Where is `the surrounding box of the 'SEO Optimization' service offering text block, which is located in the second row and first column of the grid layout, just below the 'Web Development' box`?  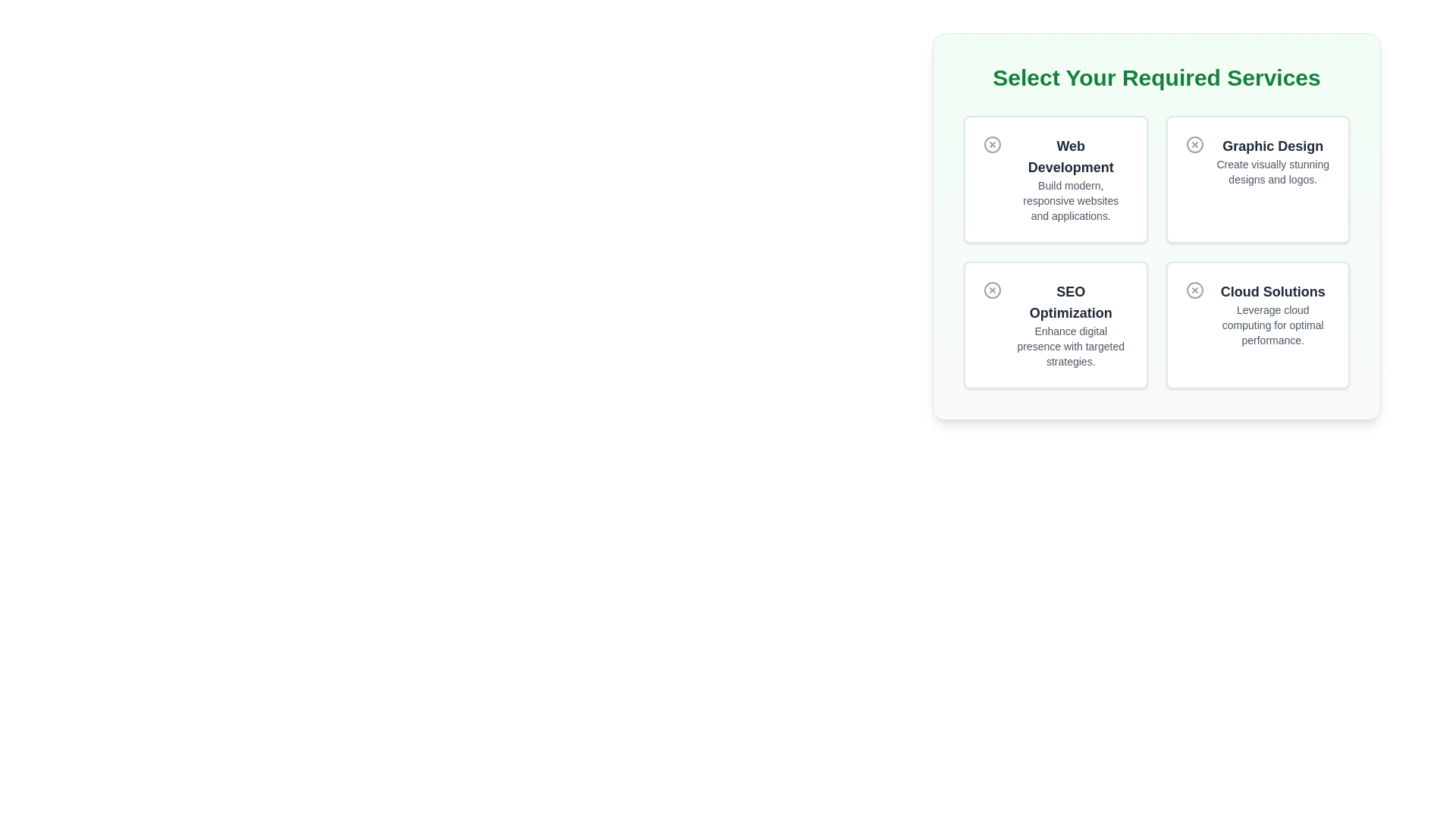 the surrounding box of the 'SEO Optimization' service offering text block, which is located in the second row and first column of the grid layout, just below the 'Web Development' box is located at coordinates (1070, 324).